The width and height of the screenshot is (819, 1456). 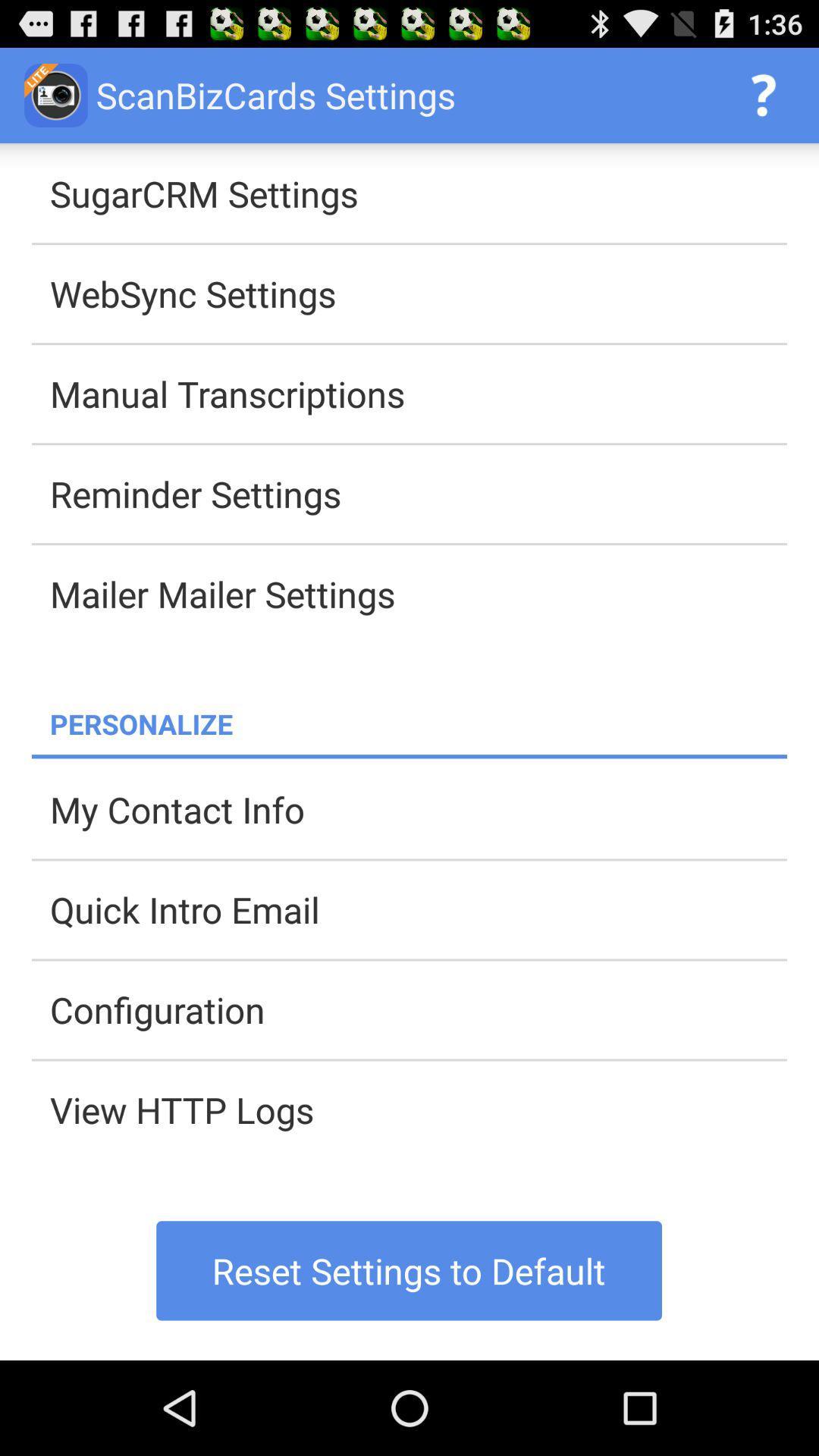 I want to click on the sugarcrm settings item, so click(x=418, y=193).